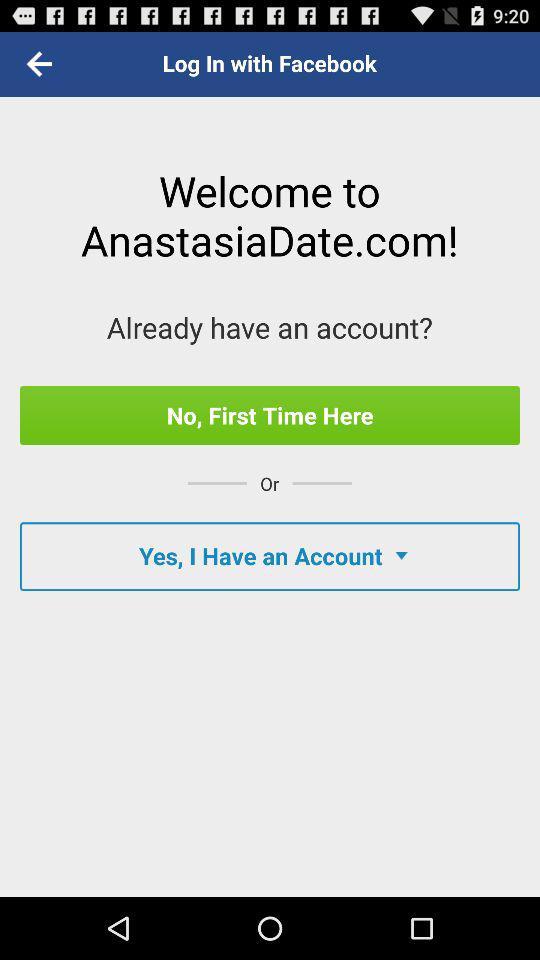 This screenshot has width=540, height=960. What do you see at coordinates (270, 414) in the screenshot?
I see `the no first time button` at bounding box center [270, 414].